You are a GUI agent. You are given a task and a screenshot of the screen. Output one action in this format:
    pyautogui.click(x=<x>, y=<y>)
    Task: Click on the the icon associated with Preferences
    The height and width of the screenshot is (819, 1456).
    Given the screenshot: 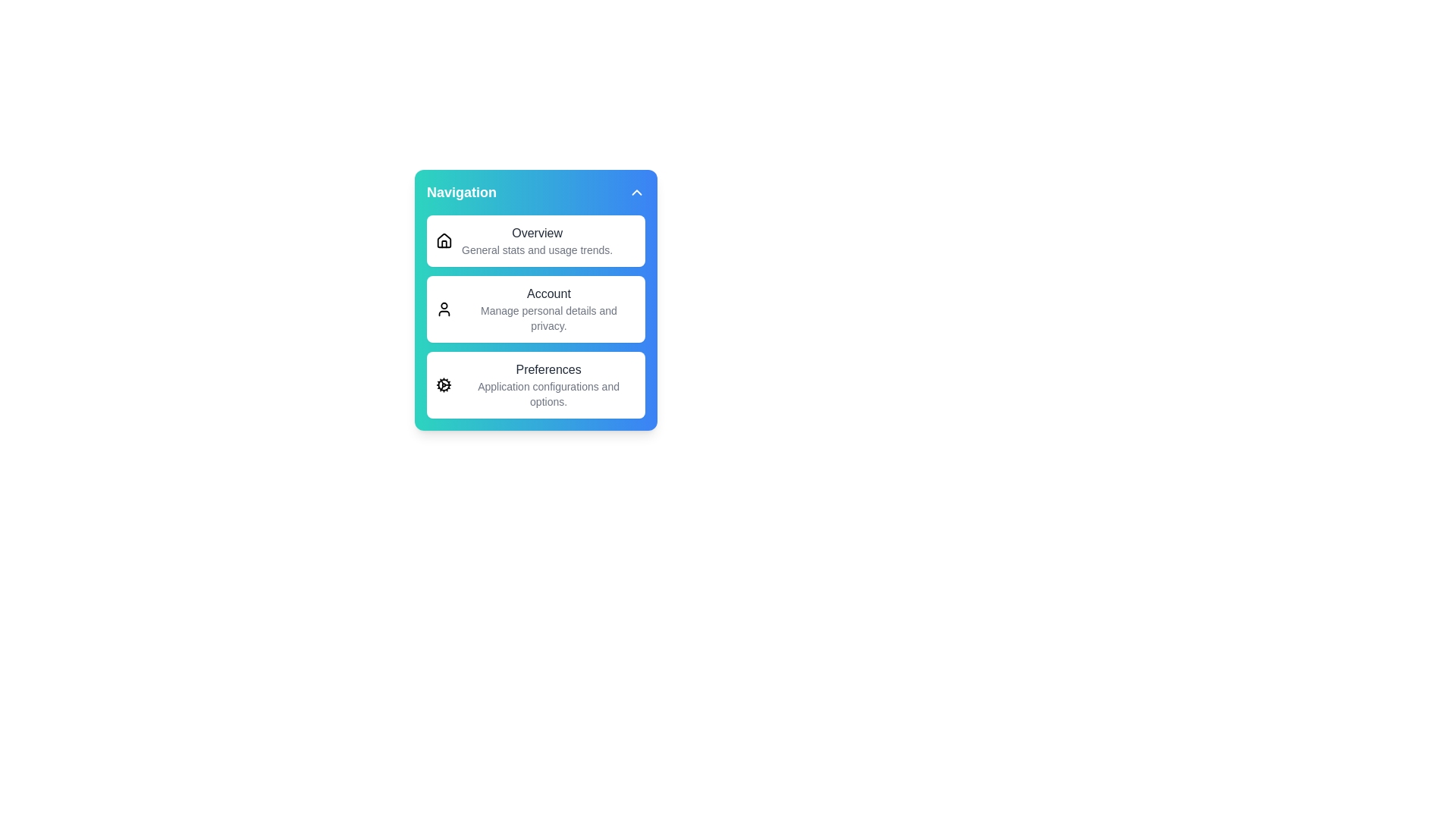 What is the action you would take?
    pyautogui.click(x=443, y=384)
    